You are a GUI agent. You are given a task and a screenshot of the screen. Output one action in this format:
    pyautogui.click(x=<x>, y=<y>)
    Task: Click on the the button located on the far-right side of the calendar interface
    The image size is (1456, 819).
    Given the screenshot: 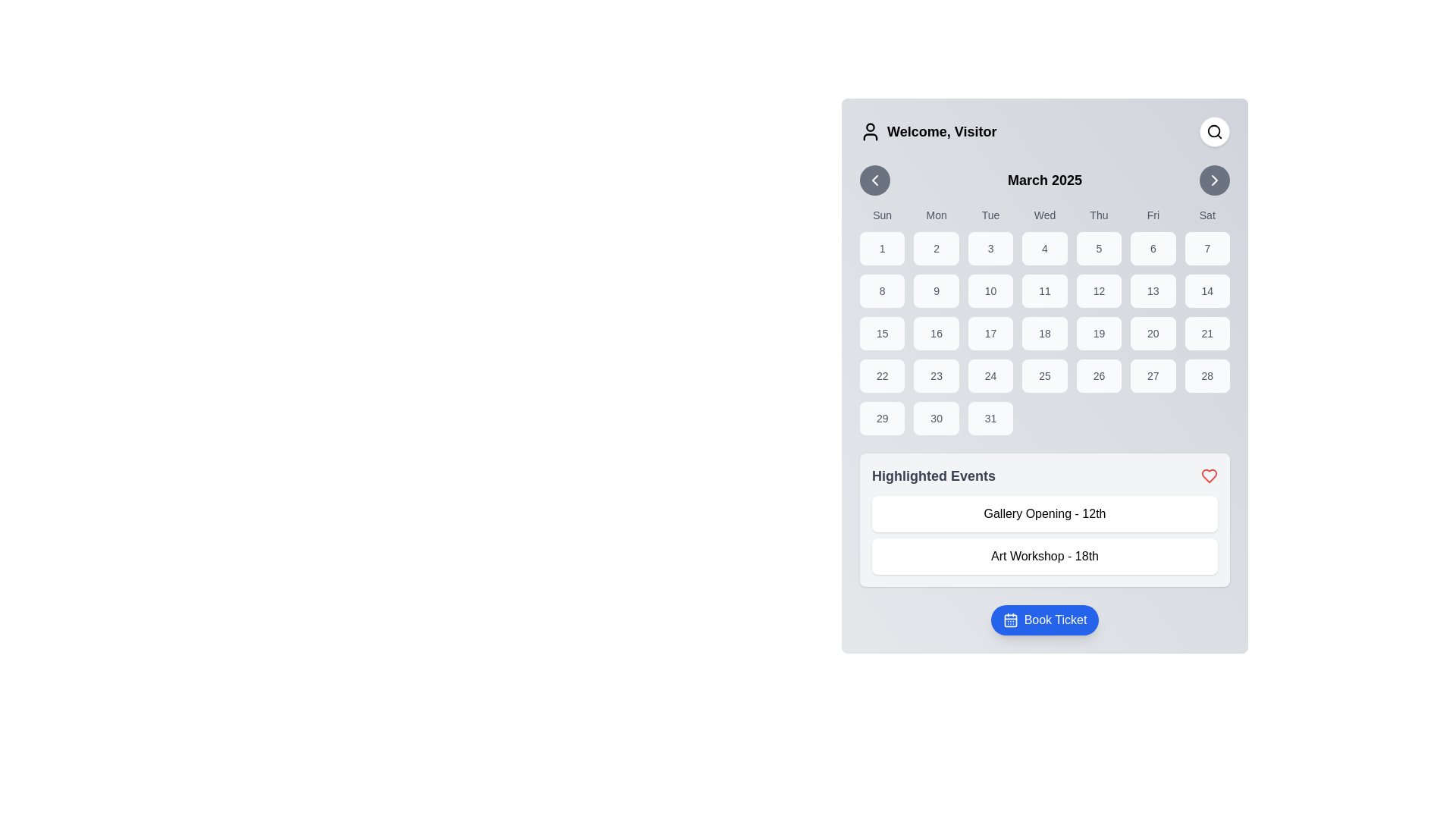 What is the action you would take?
    pyautogui.click(x=1215, y=180)
    